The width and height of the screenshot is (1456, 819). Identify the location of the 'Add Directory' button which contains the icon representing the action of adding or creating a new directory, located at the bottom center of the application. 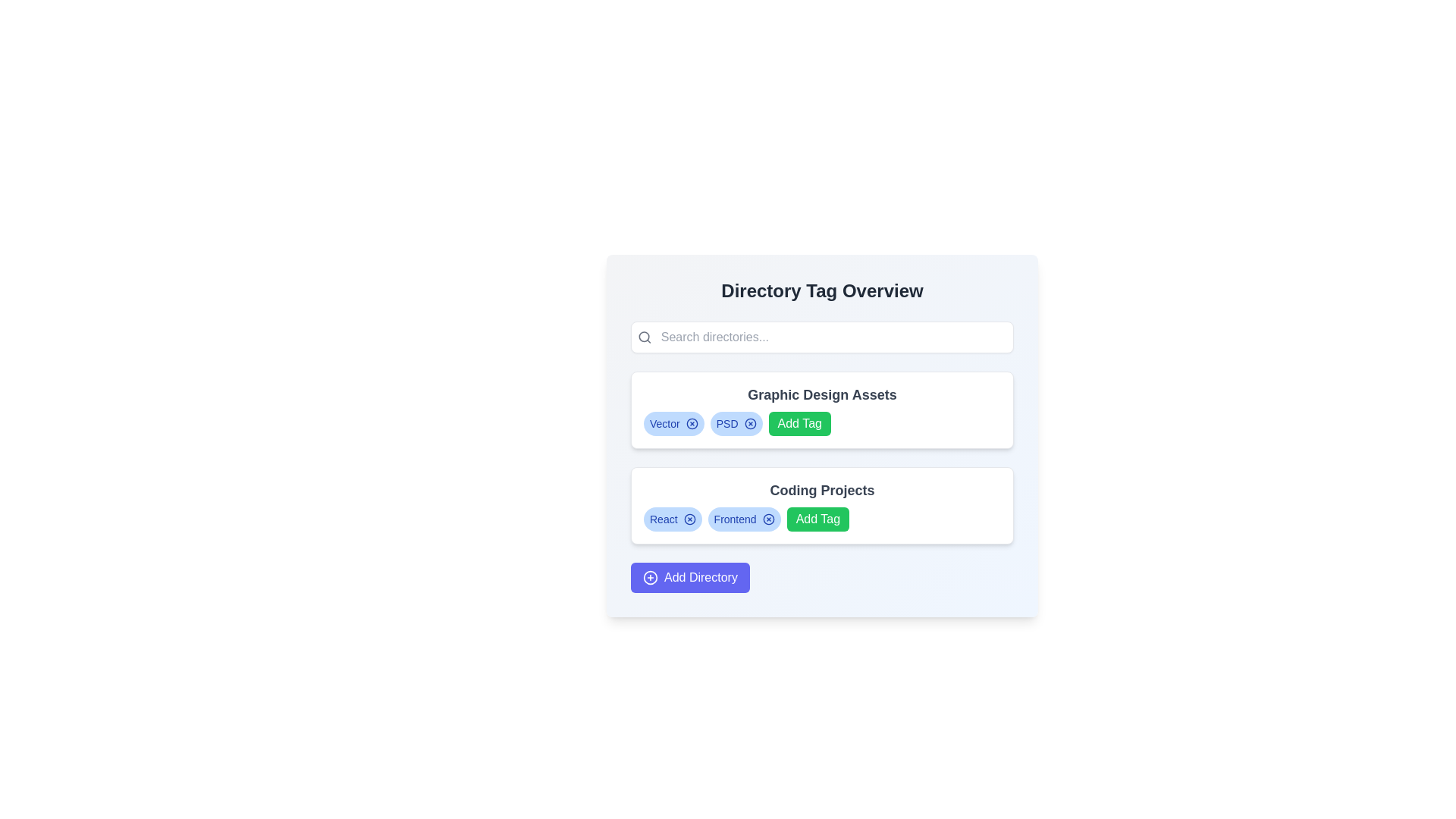
(651, 578).